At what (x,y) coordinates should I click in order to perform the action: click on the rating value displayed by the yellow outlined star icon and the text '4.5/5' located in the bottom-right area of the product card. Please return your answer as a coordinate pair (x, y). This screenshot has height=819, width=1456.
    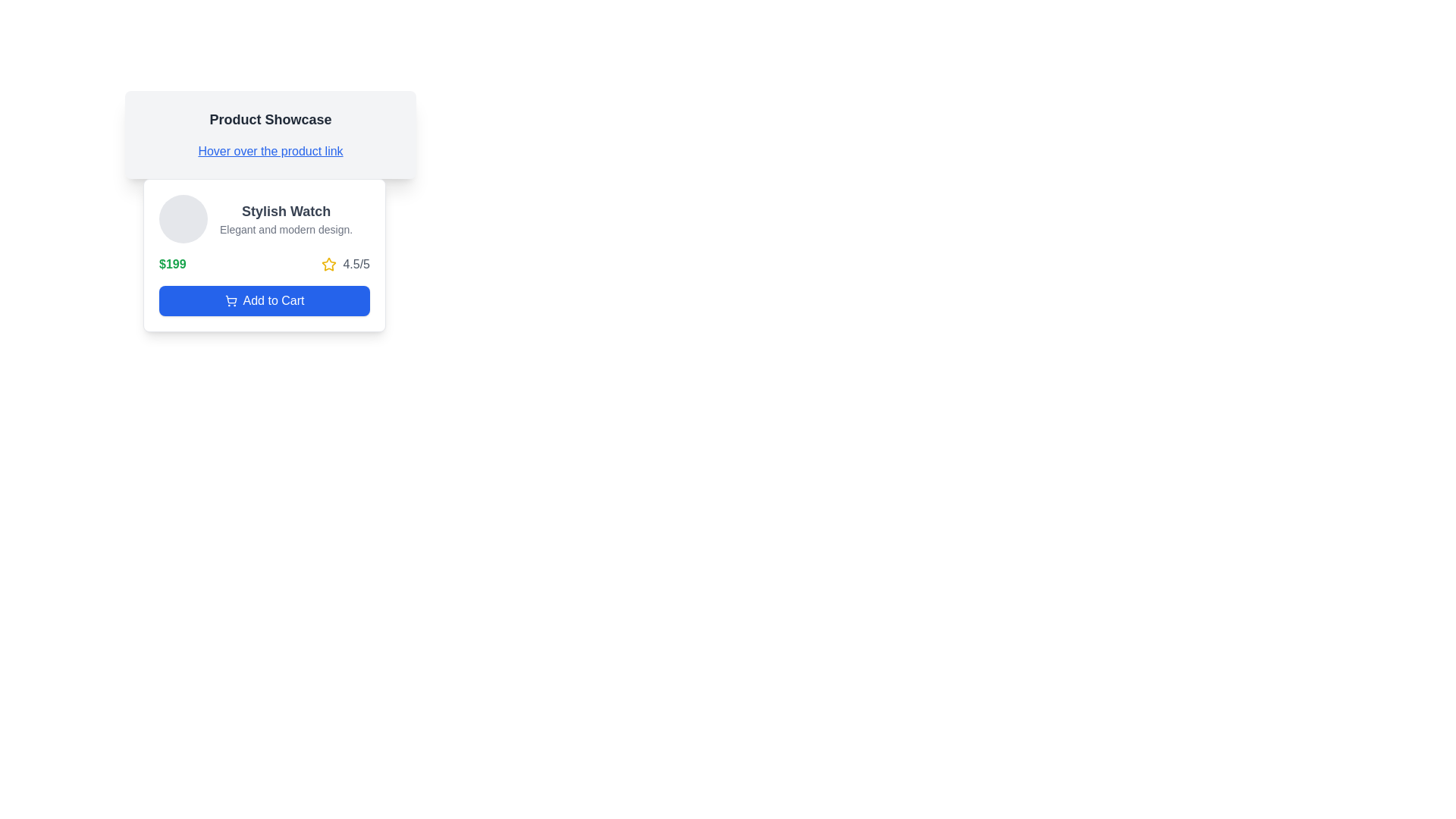
    Looking at the image, I should click on (345, 263).